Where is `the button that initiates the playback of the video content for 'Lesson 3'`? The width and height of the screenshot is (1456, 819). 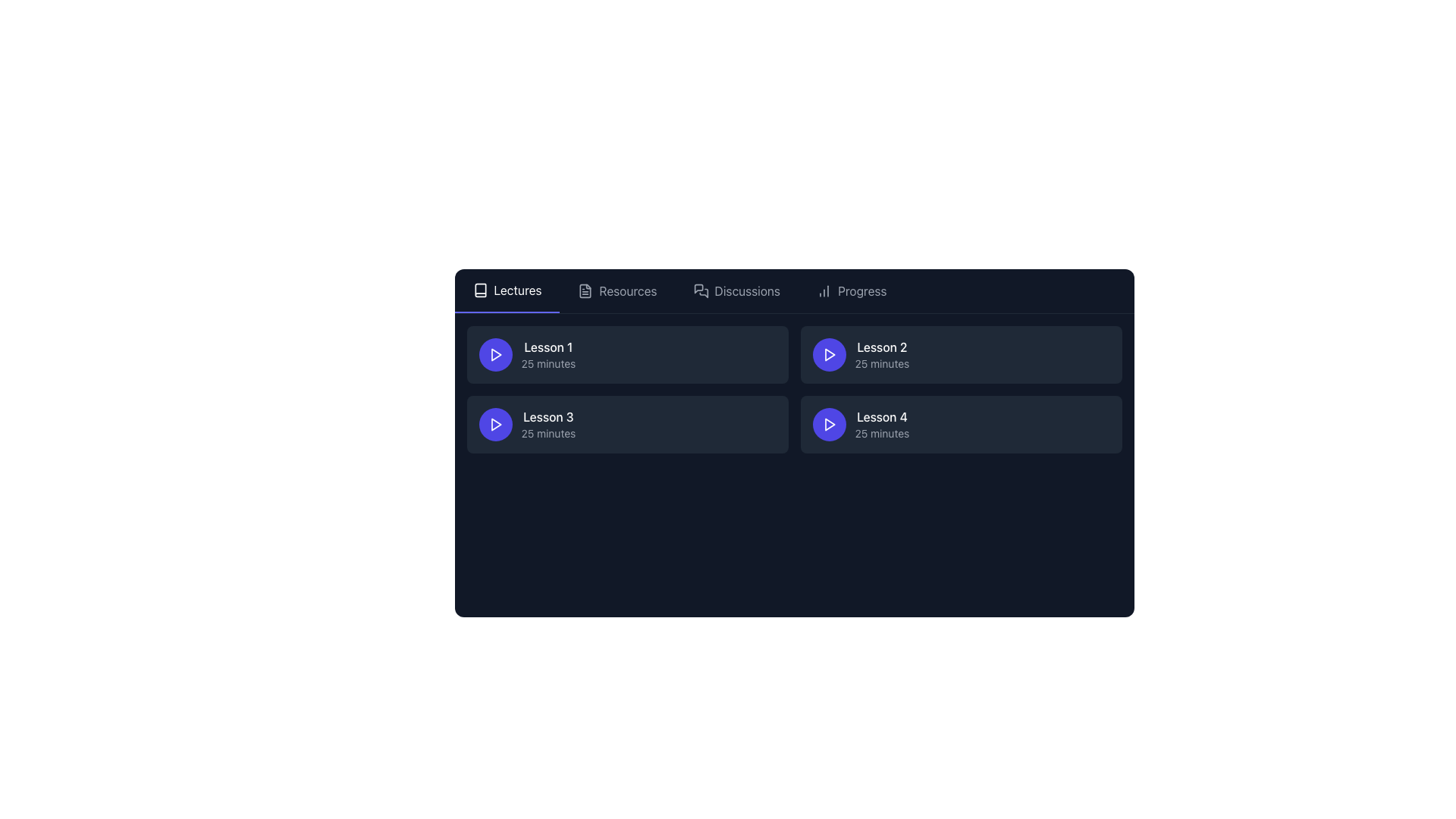 the button that initiates the playback of the video content for 'Lesson 3' is located at coordinates (495, 424).